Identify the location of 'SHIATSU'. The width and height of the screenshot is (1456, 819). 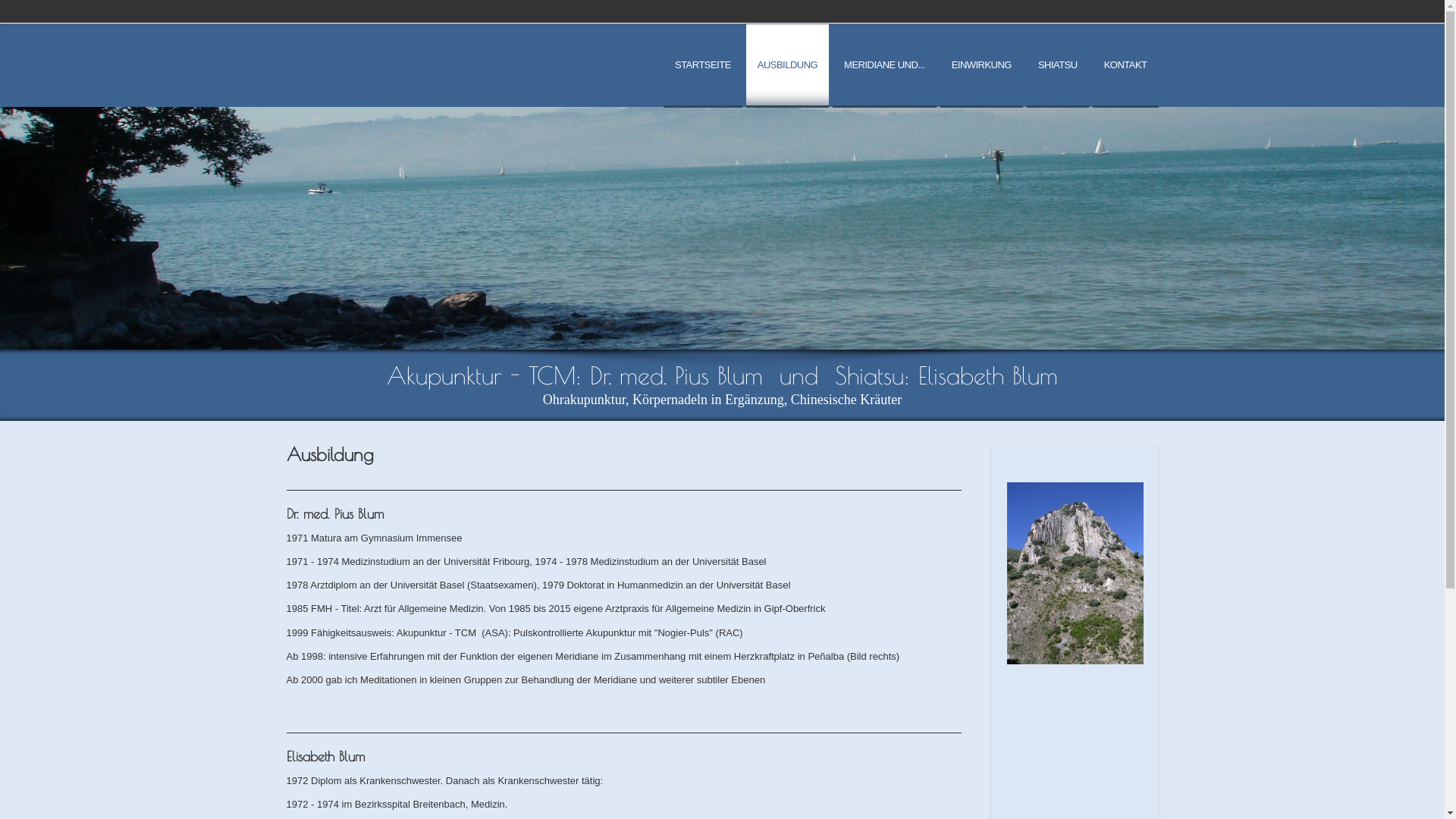
(1026, 65).